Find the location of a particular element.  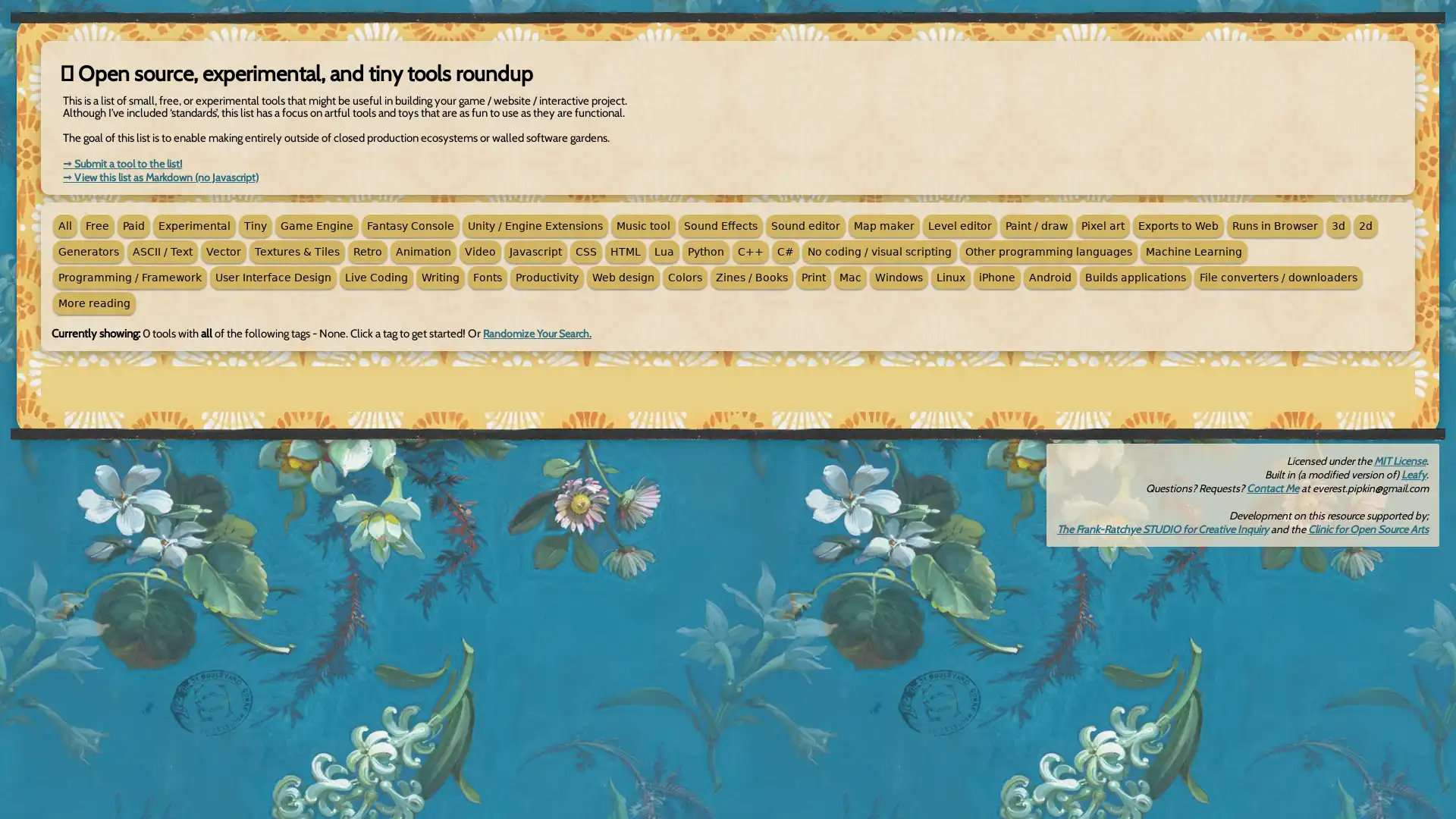

Linux is located at coordinates (949, 278).